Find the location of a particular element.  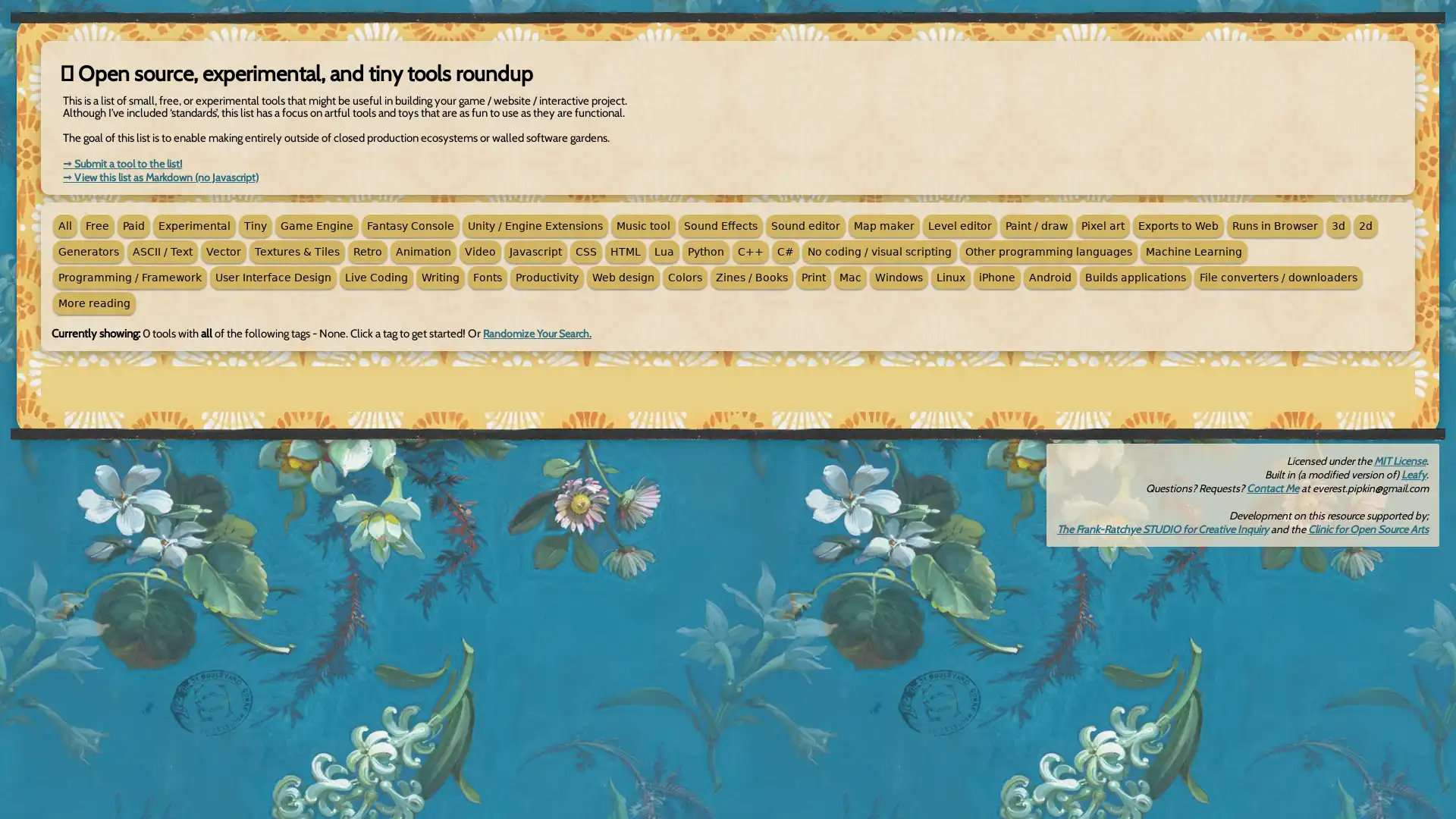

Linux is located at coordinates (949, 278).